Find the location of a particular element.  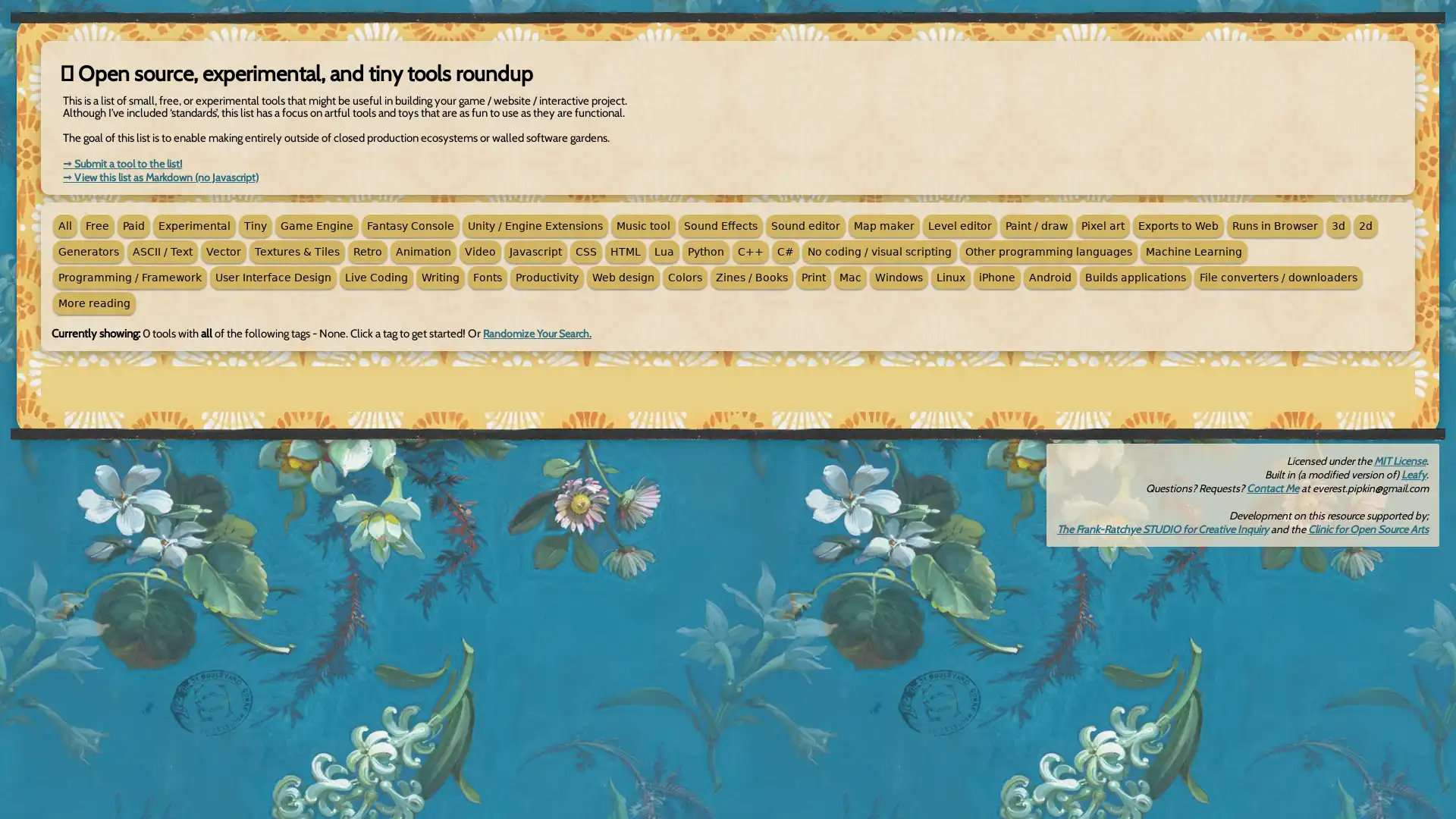

Linux is located at coordinates (949, 278).